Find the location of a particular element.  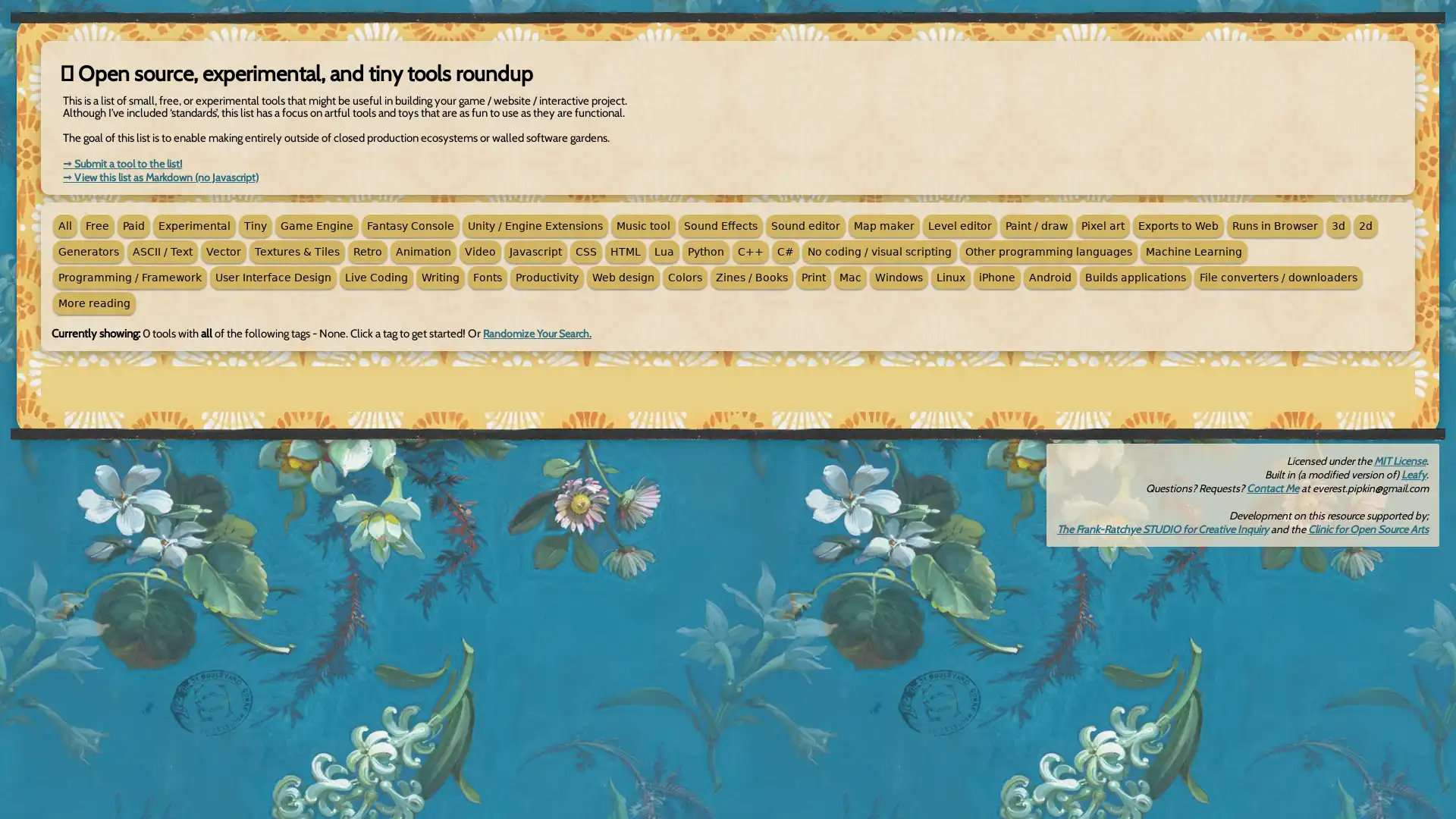

Linux is located at coordinates (949, 278).